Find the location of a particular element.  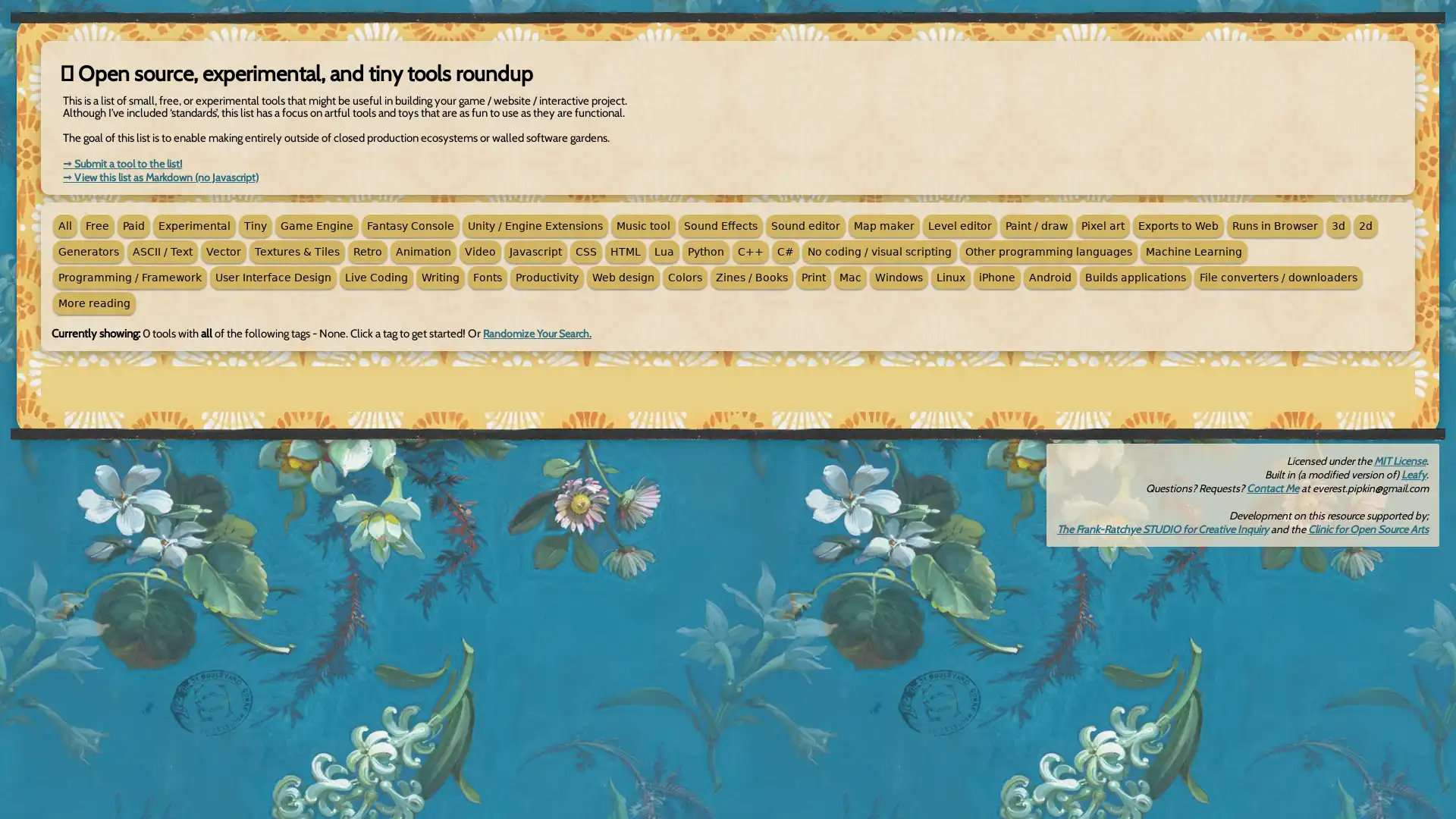

Linux is located at coordinates (949, 278).